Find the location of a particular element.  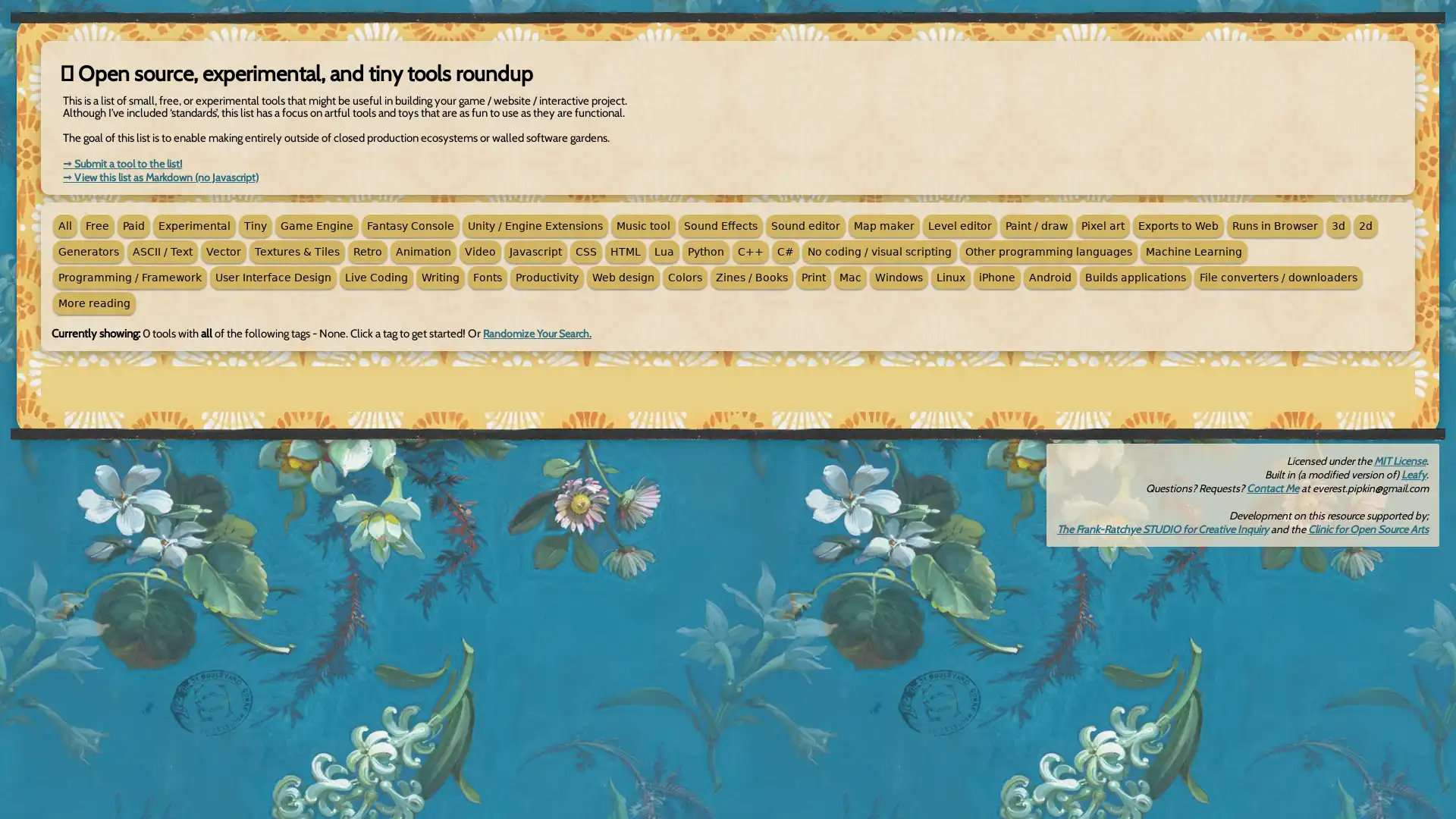

Linux is located at coordinates (949, 278).